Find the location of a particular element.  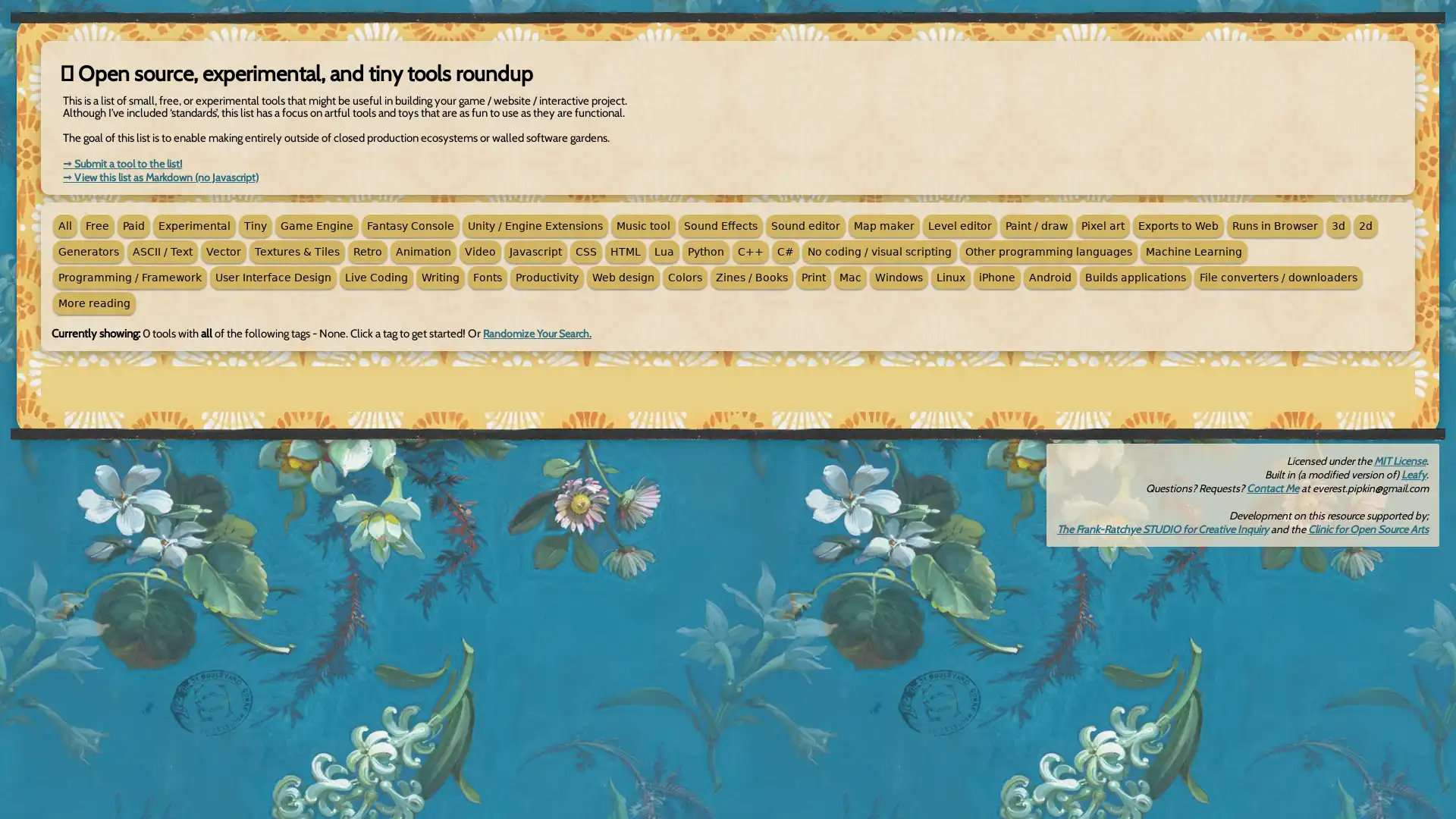

Linux is located at coordinates (949, 278).